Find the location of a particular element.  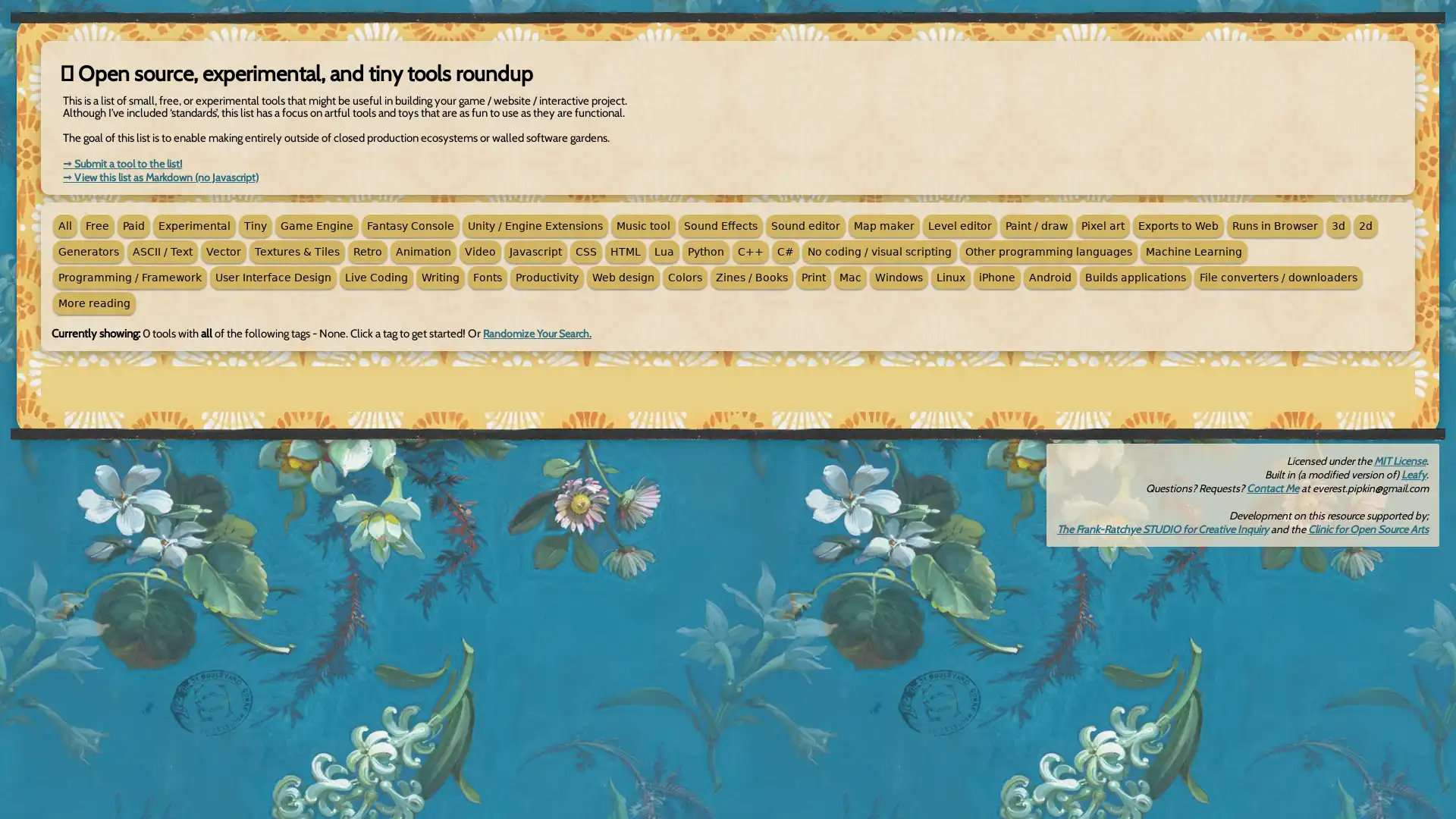

Linux is located at coordinates (949, 278).